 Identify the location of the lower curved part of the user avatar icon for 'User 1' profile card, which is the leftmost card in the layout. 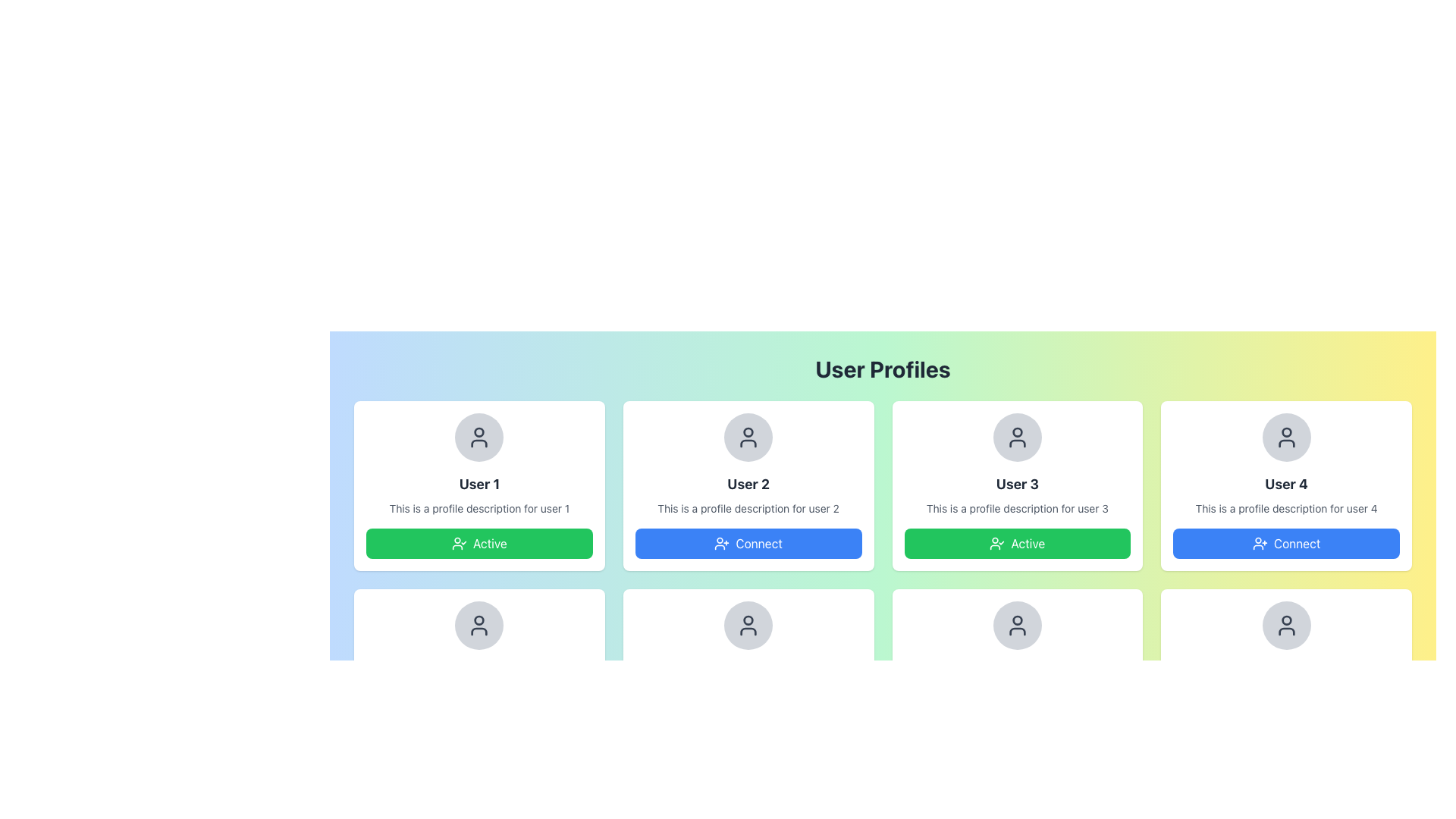
(479, 444).